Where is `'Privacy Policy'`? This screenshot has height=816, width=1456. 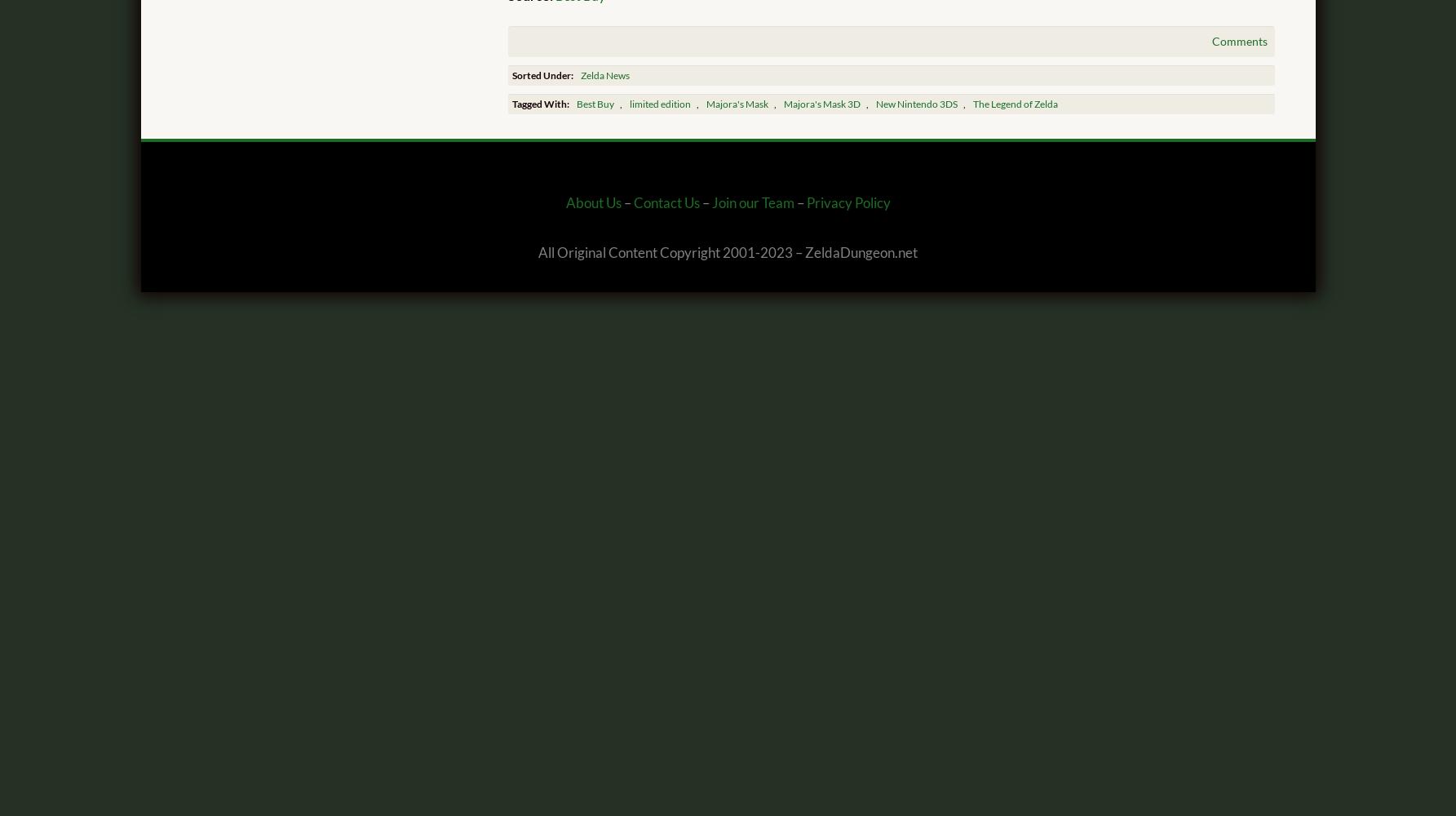 'Privacy Policy' is located at coordinates (847, 202).